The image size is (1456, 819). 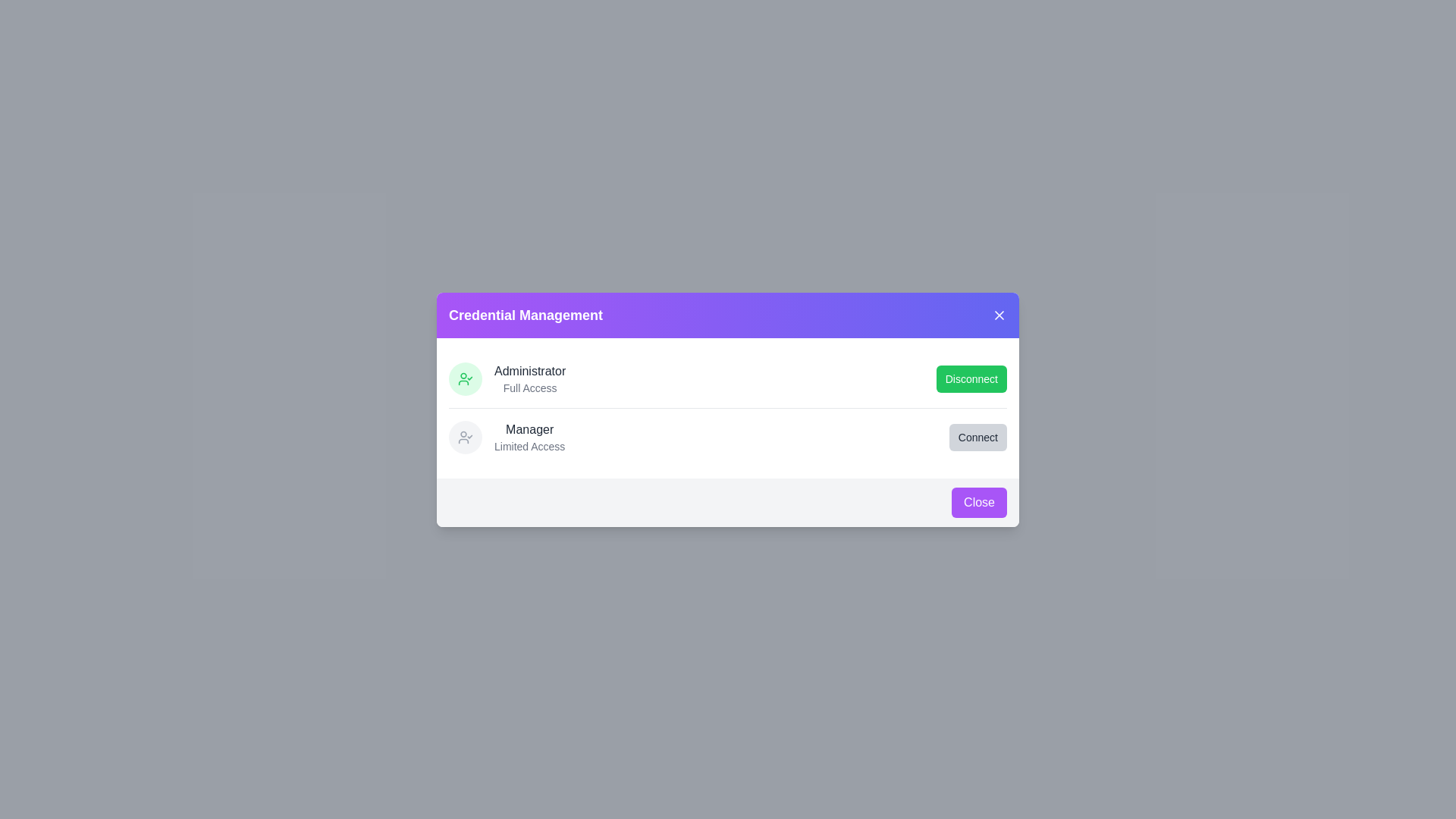 I want to click on the decorative icon indicating an approved user profile in the upper section of the modal dialog, located near the left side before the text 'Administrator' and 'Full Access', so click(x=465, y=436).